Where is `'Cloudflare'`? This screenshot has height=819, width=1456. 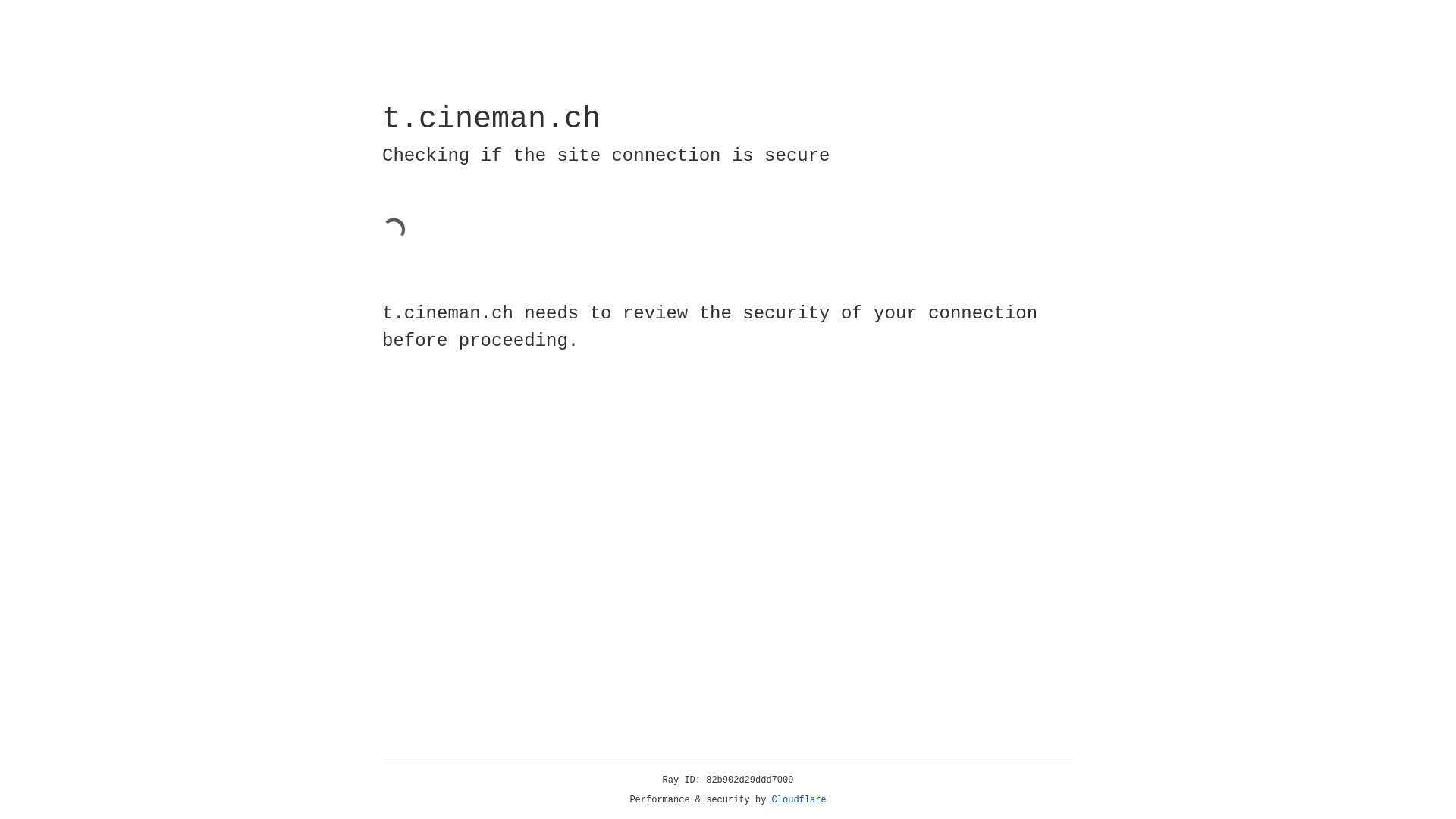
'Cloudflare' is located at coordinates (771, 799).